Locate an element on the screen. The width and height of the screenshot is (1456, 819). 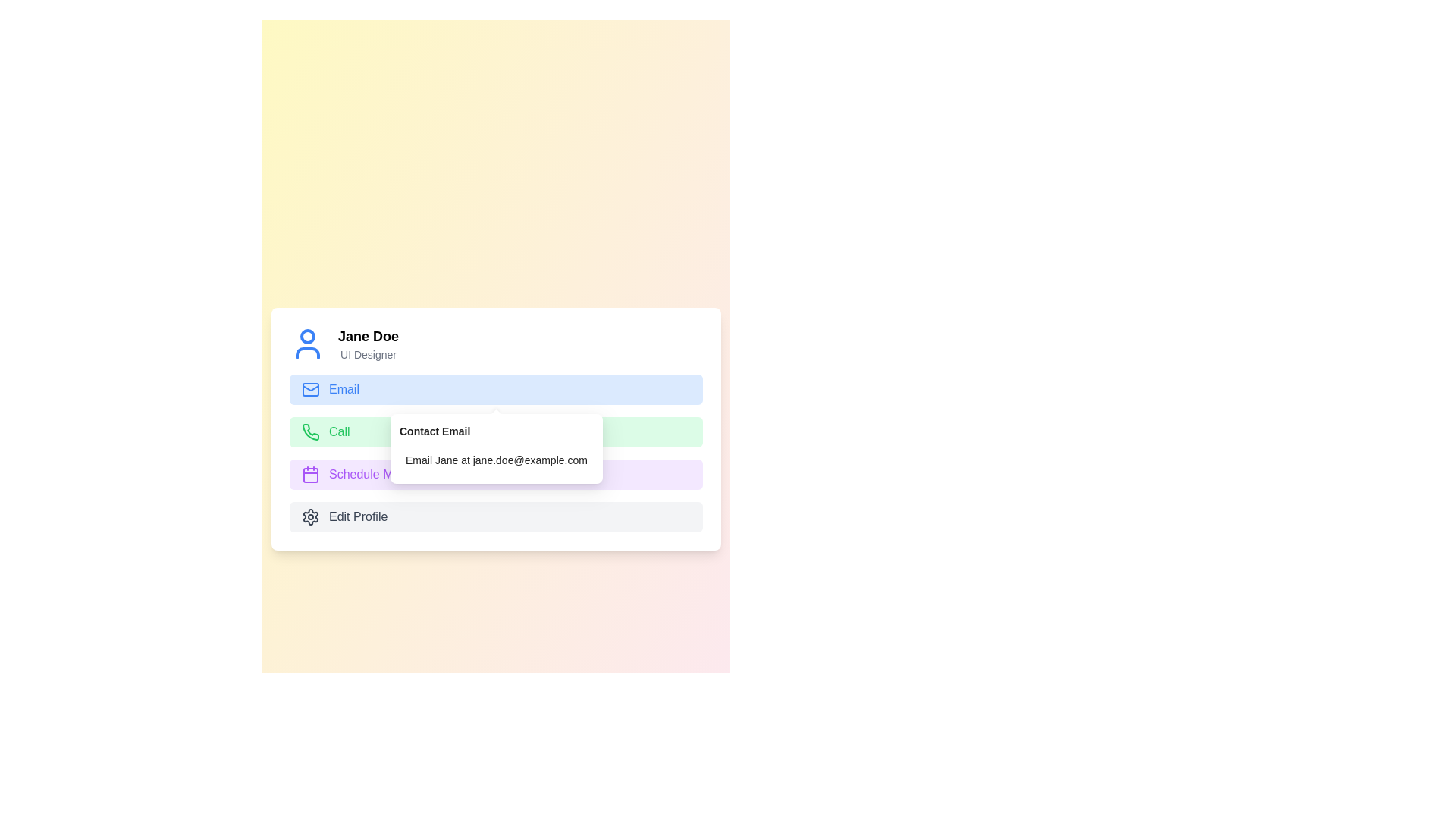
the gear icon that serves as the settings button is located at coordinates (309, 516).